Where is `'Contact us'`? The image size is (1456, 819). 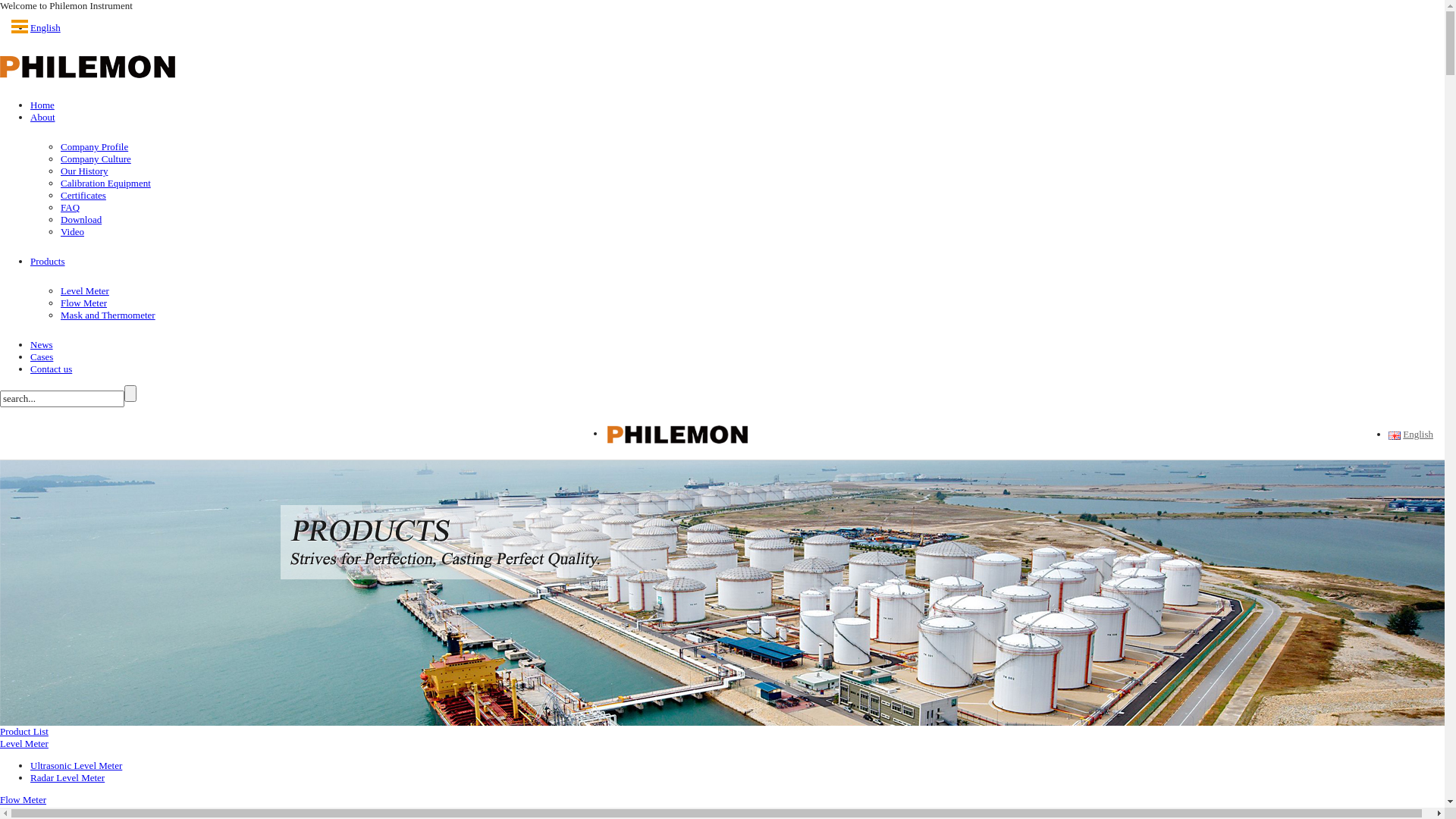 'Contact us' is located at coordinates (51, 369).